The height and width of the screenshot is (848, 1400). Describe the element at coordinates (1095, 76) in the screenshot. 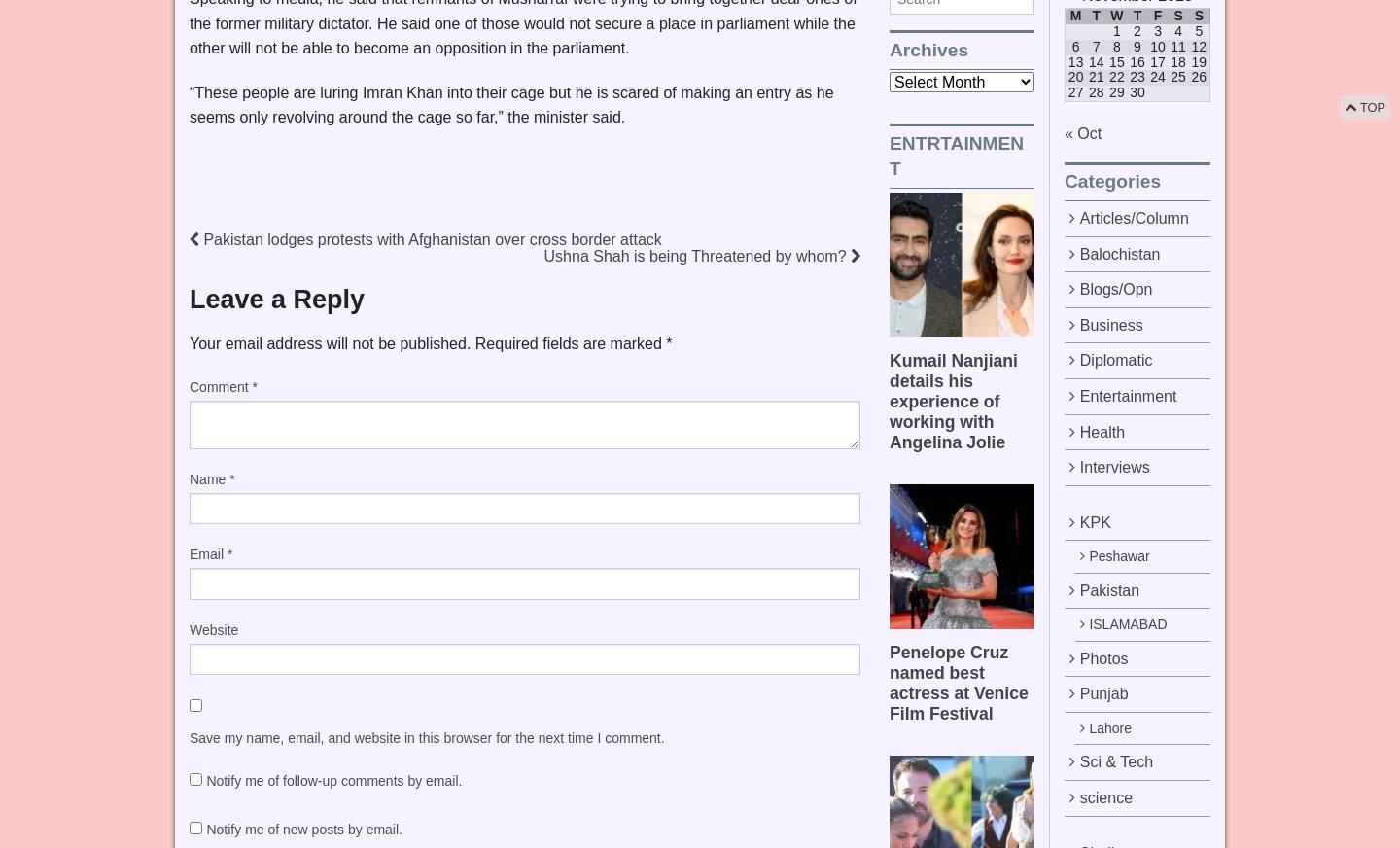

I see `'21'` at that location.